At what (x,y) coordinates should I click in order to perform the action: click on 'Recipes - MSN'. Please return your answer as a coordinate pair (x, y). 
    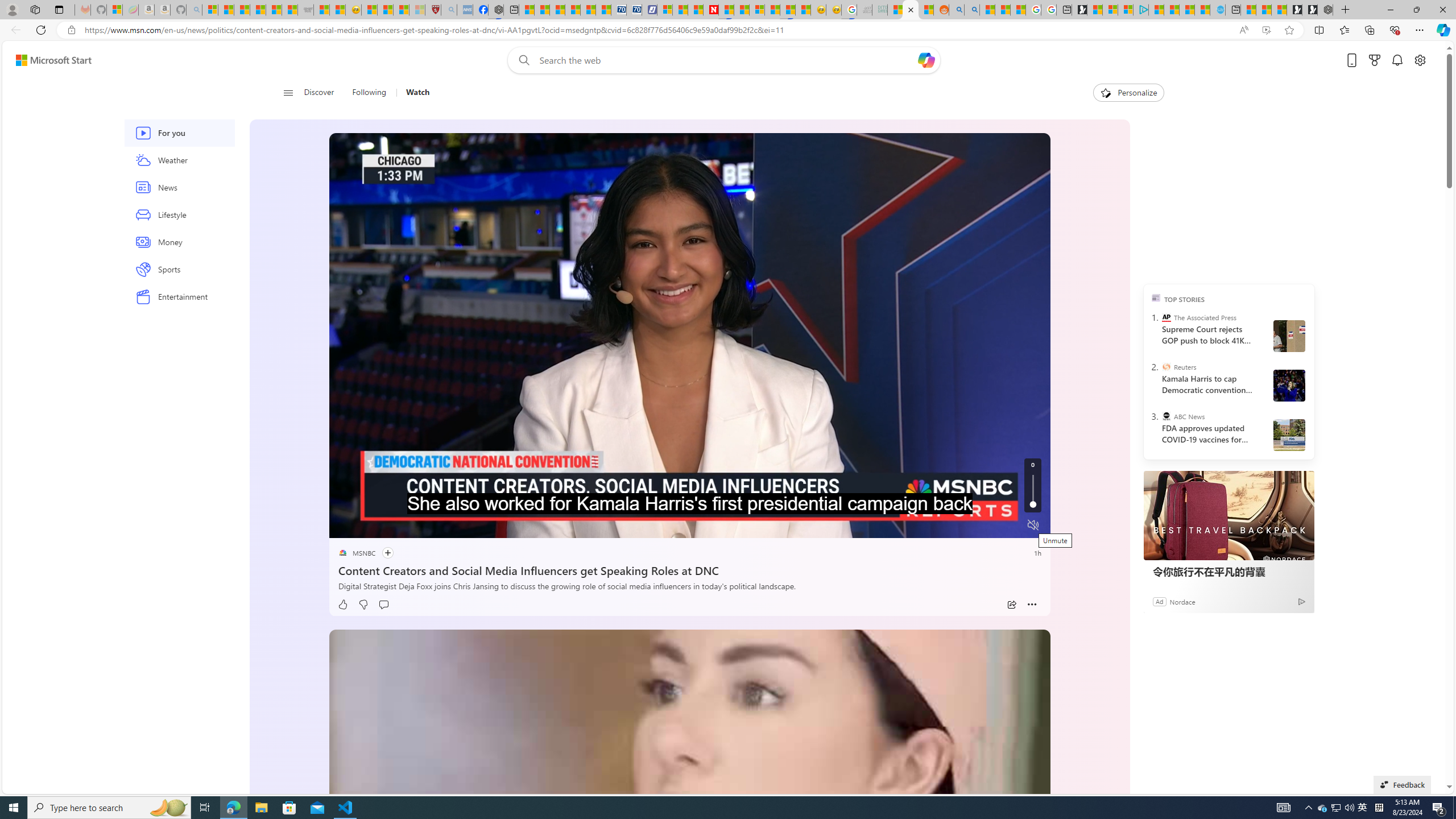
    Looking at the image, I should click on (369, 9).